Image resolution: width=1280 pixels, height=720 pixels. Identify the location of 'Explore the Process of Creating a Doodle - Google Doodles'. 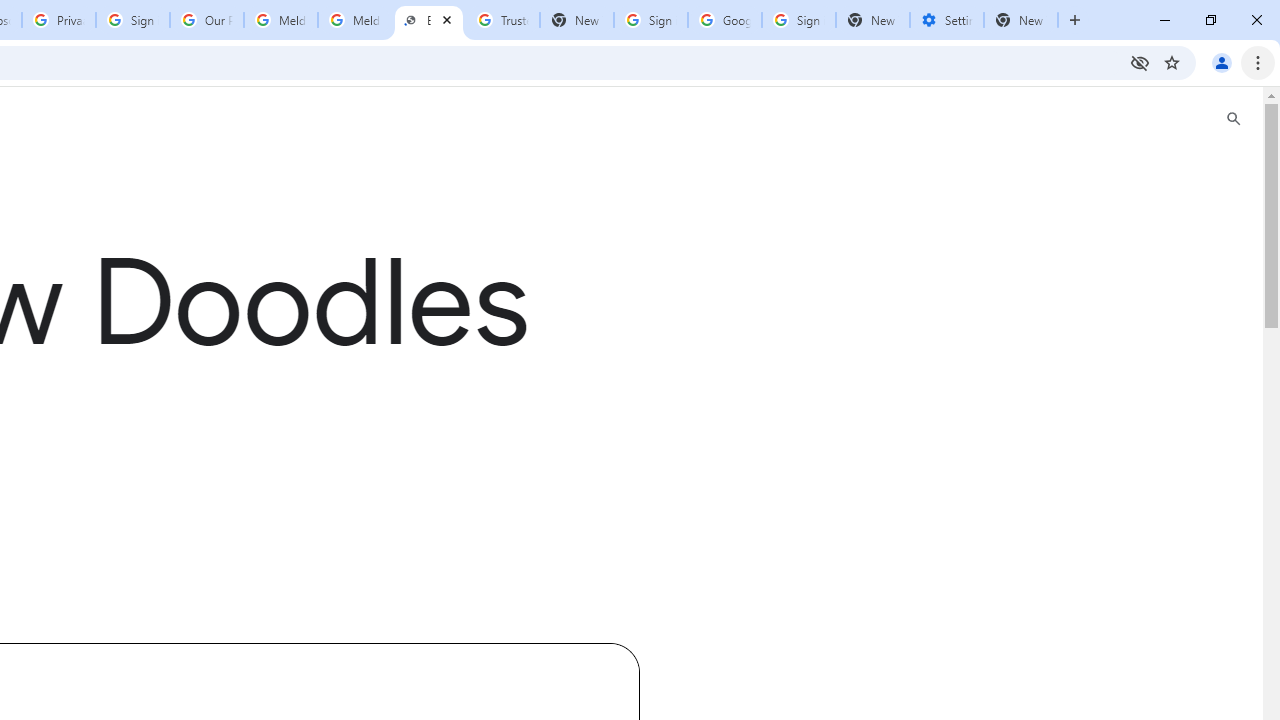
(427, 20).